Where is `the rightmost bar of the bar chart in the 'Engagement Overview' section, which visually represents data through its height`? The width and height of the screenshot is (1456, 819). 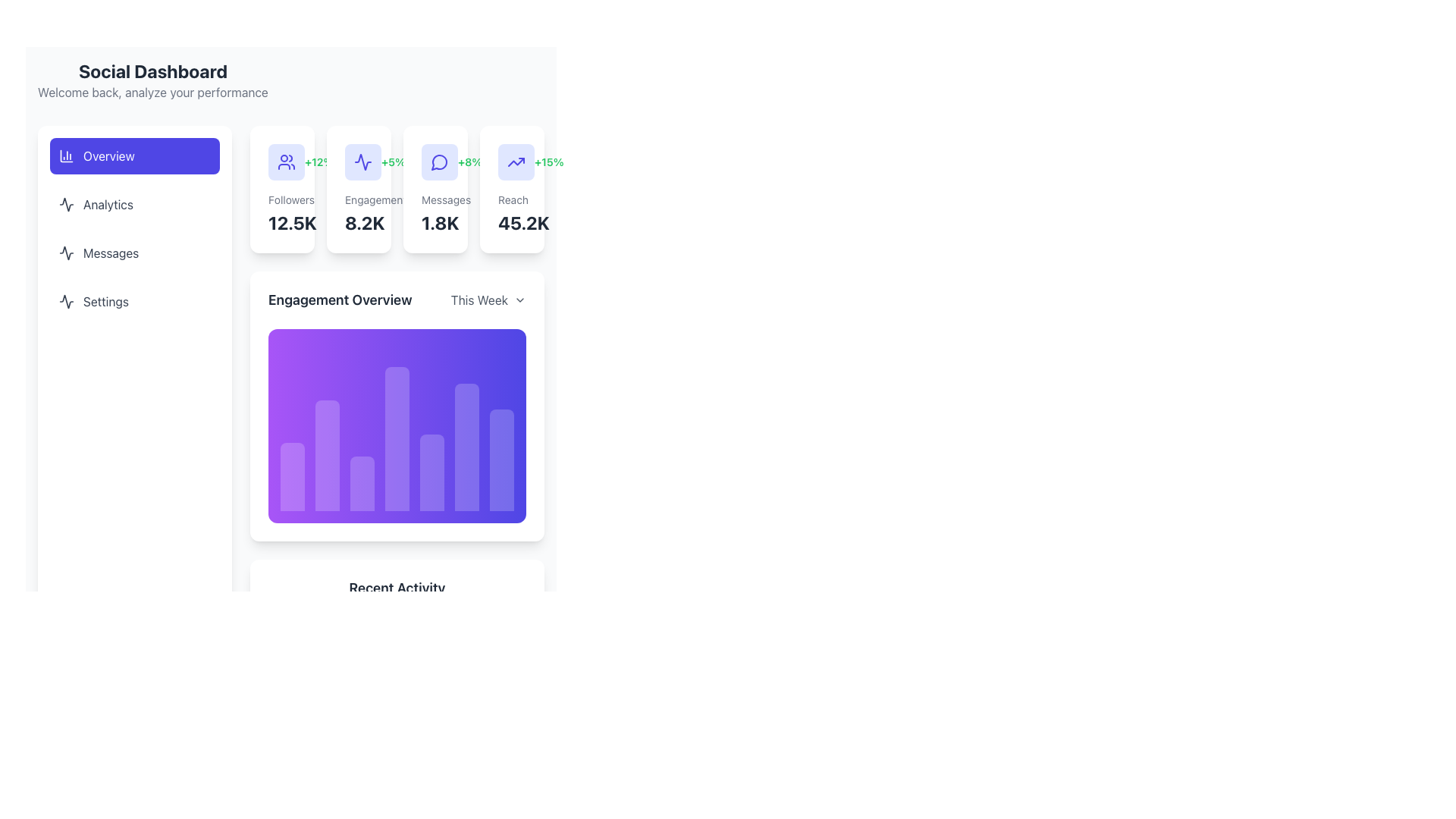
the rightmost bar of the bar chart in the 'Engagement Overview' section, which visually represents data through its height is located at coordinates (502, 458).